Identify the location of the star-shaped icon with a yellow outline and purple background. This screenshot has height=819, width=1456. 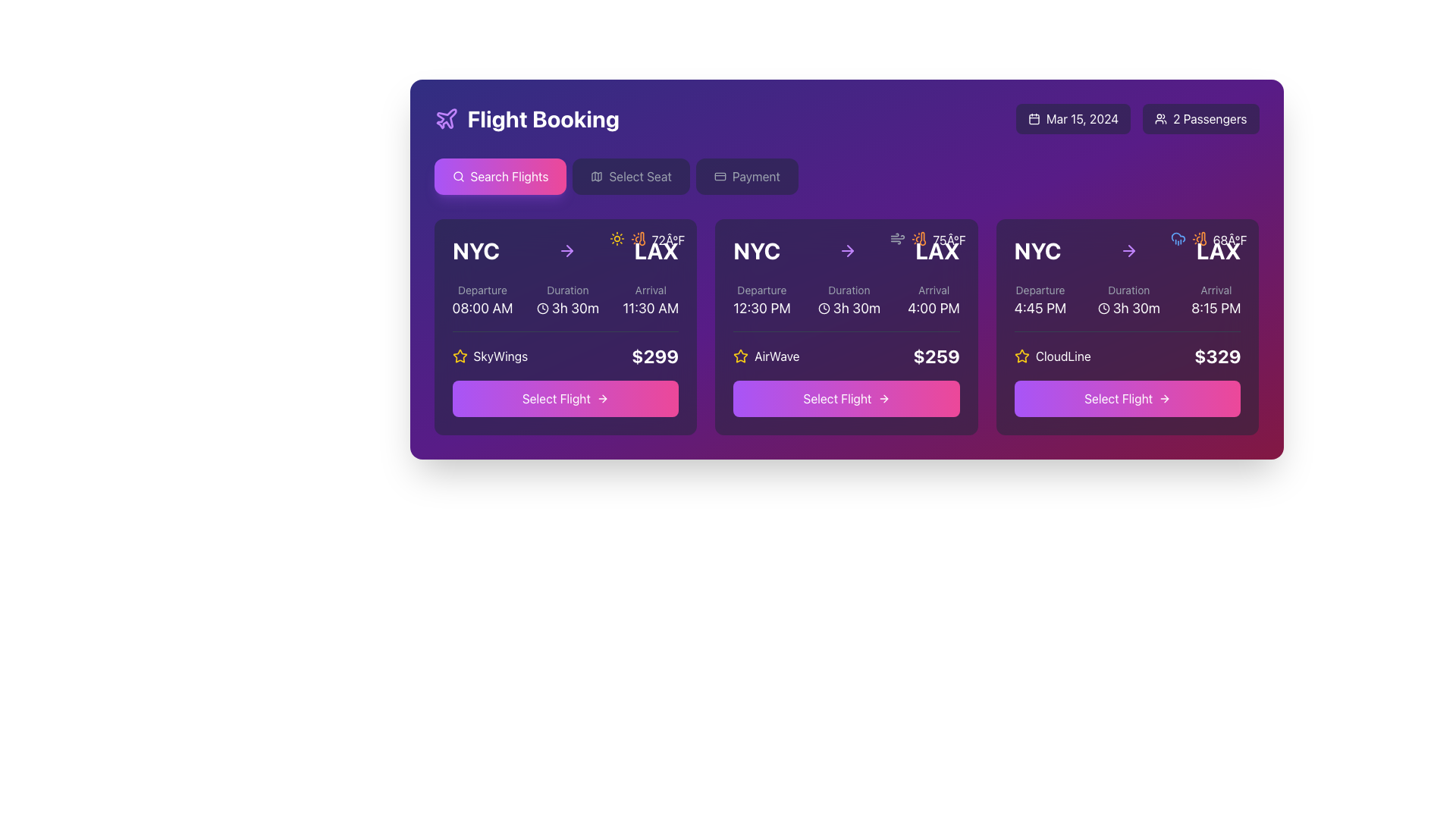
(741, 356).